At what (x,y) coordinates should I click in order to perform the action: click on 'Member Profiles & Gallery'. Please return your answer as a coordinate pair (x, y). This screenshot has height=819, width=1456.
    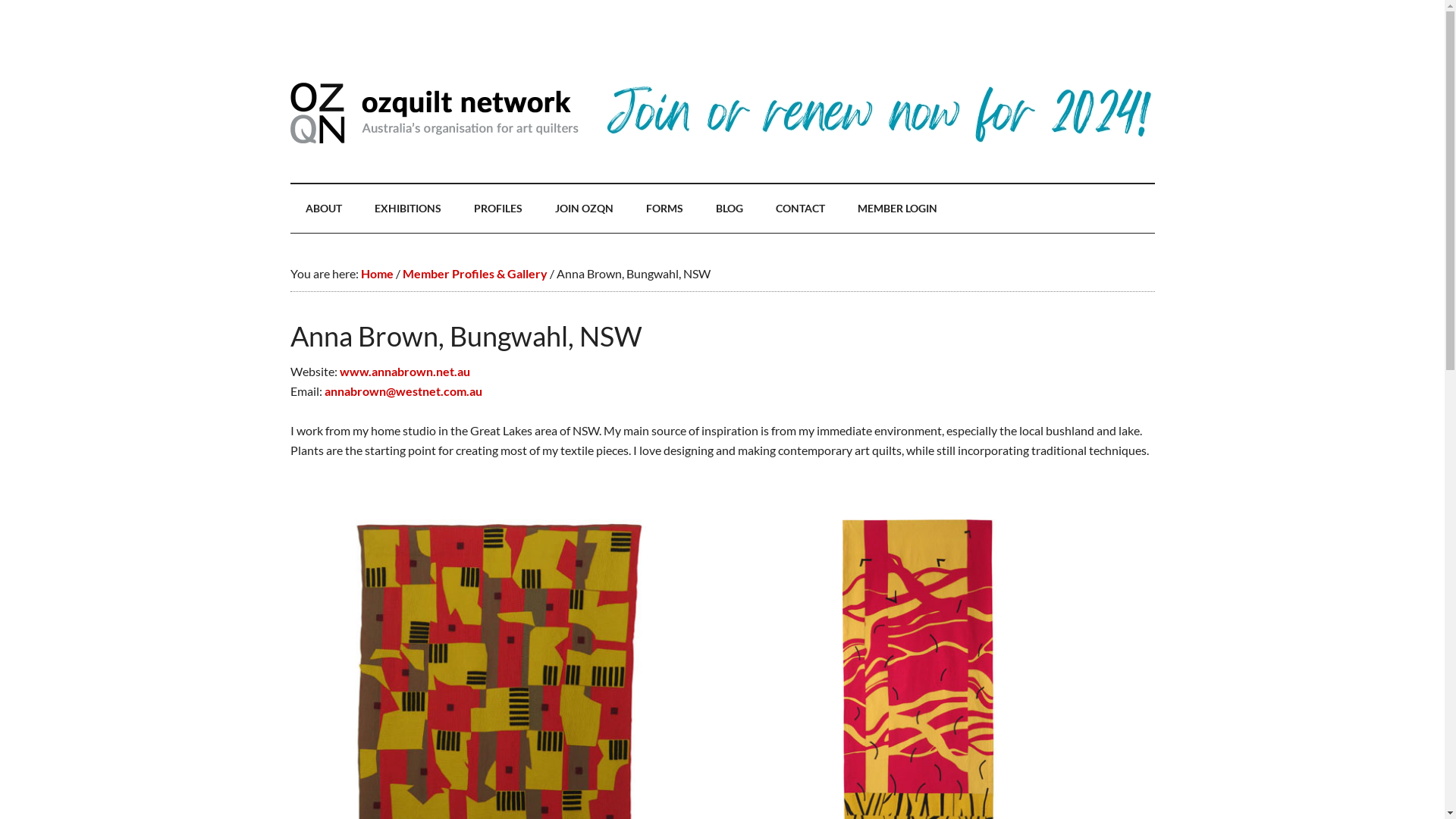
    Looking at the image, I should click on (401, 273).